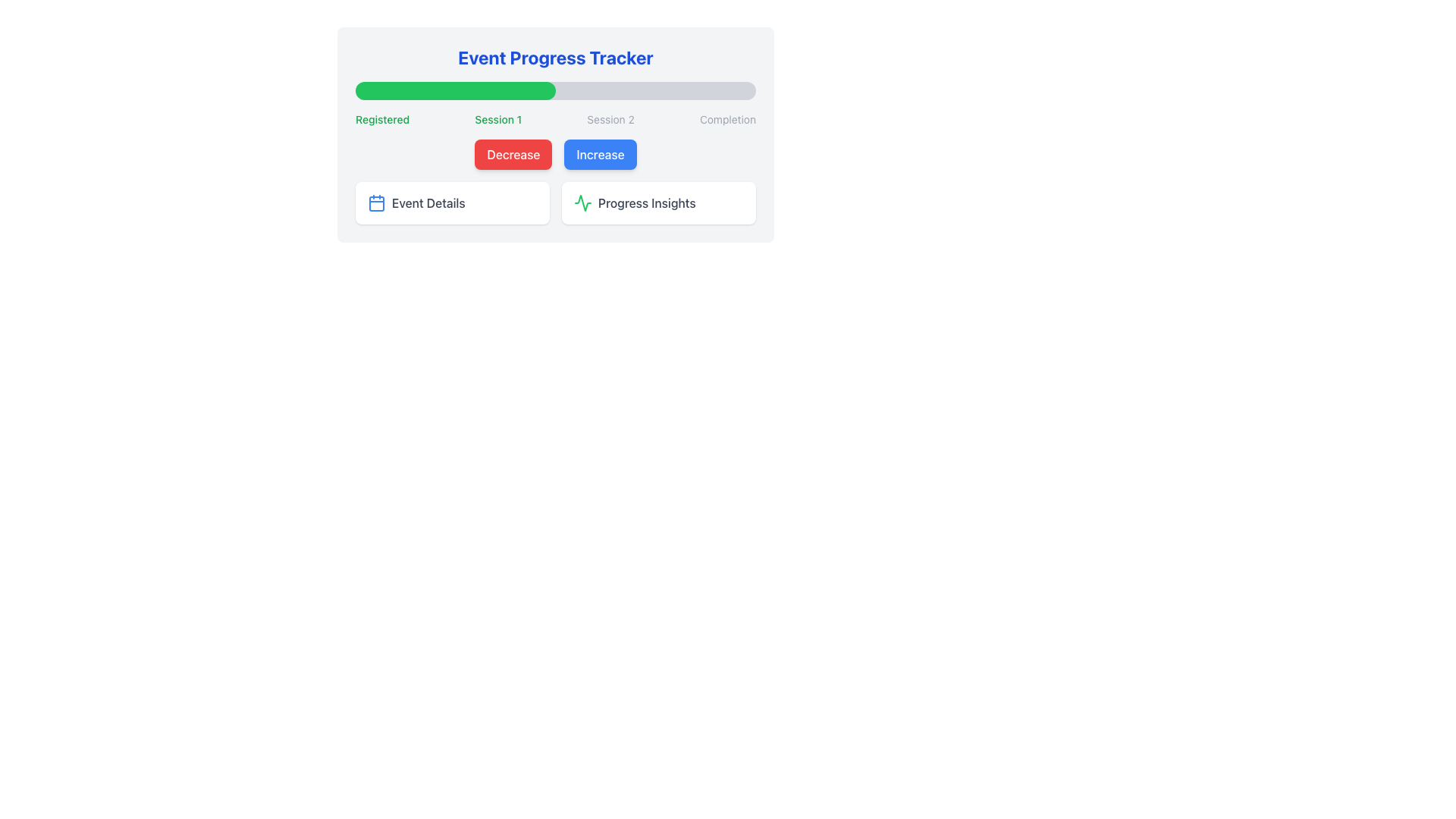  Describe the element at coordinates (377, 203) in the screenshot. I see `the rounded rectangle within the calendar icon that serves as a visual mark for the 'Event Details' button` at that location.